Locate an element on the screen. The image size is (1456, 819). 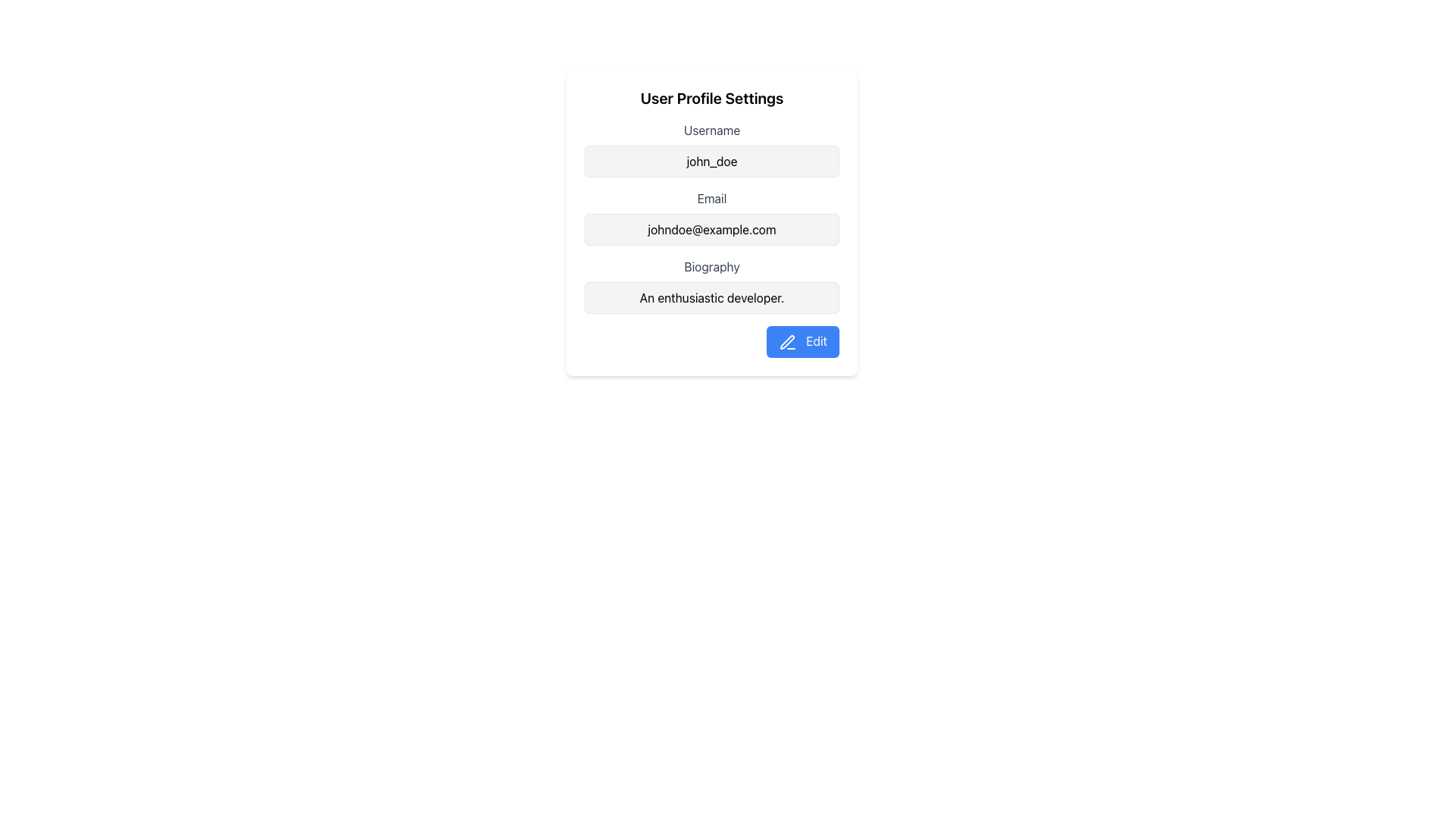
the graphical icon resembling a pen within the 'Edit' button in the user profile settings panel is located at coordinates (787, 342).